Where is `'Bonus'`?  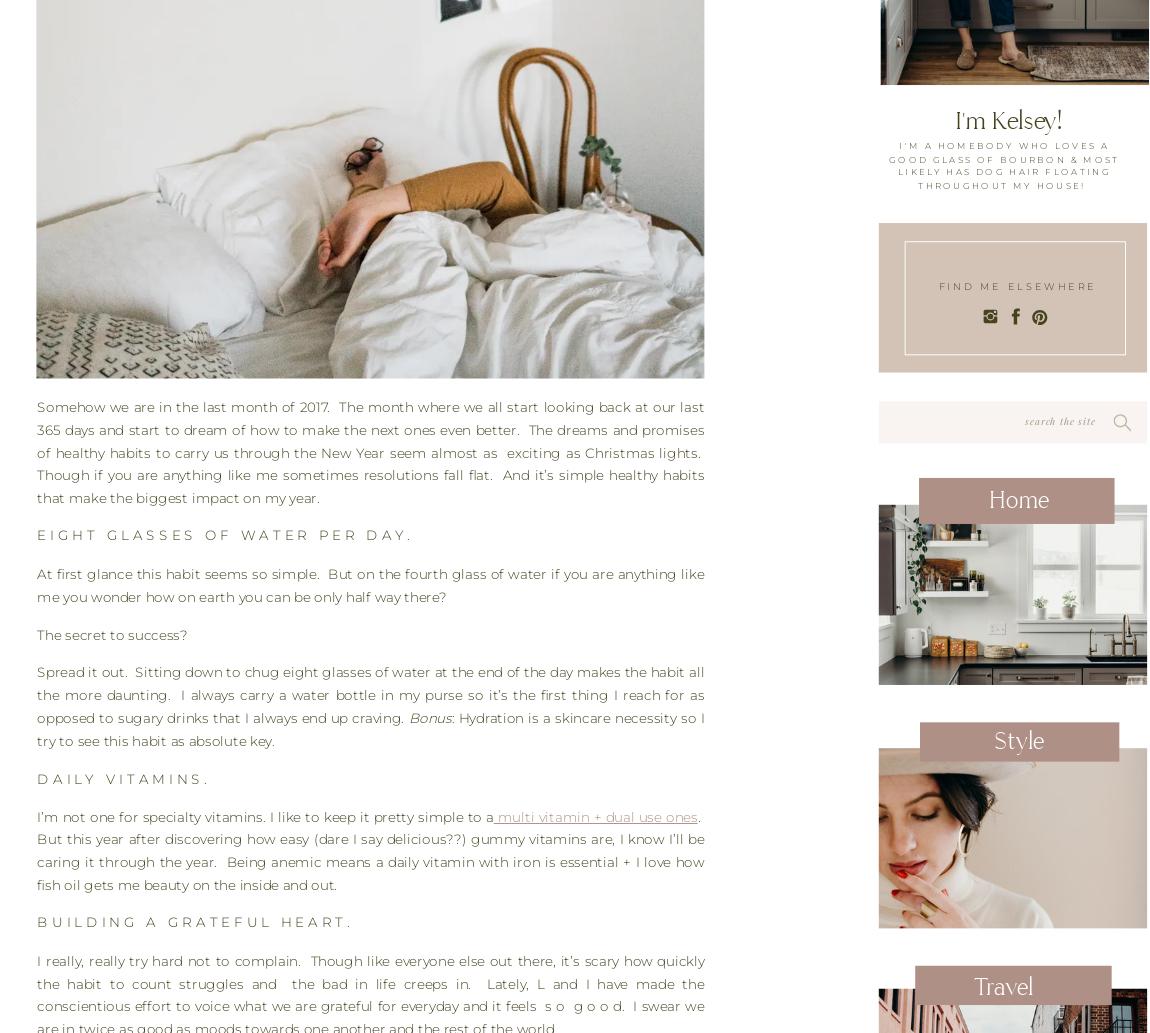
'Bonus' is located at coordinates (408, 718).